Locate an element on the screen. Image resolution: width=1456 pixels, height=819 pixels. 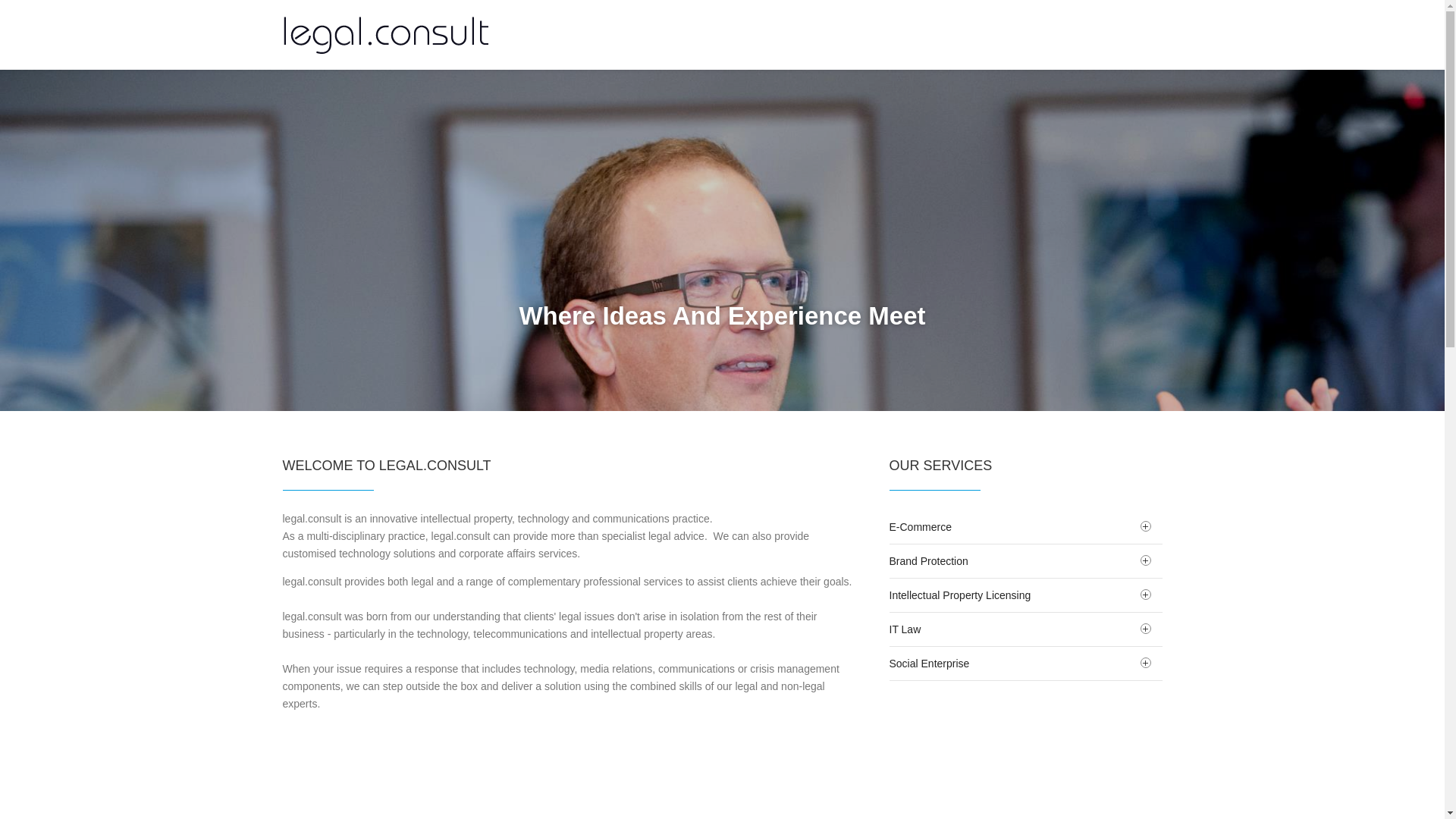
'IT Law' is located at coordinates (1025, 629).